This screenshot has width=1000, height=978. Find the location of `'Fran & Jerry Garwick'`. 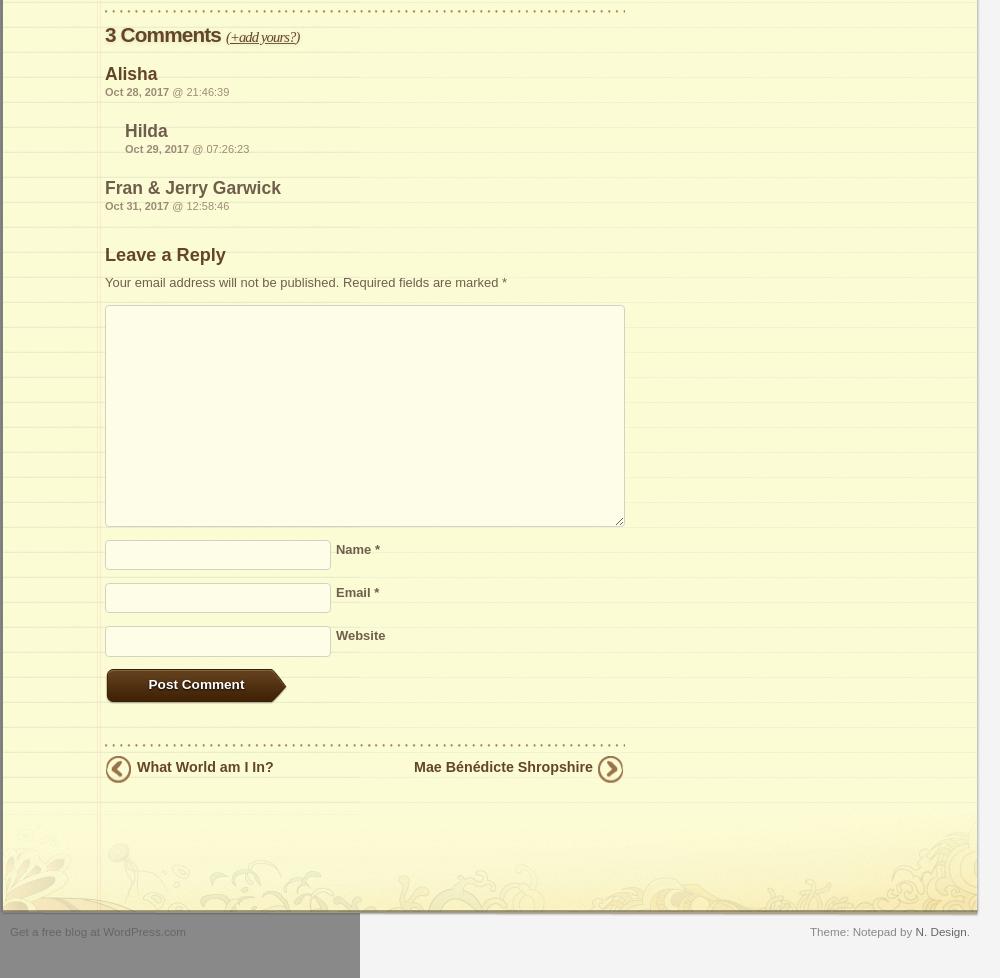

'Fran & Jerry Garwick' is located at coordinates (104, 186).